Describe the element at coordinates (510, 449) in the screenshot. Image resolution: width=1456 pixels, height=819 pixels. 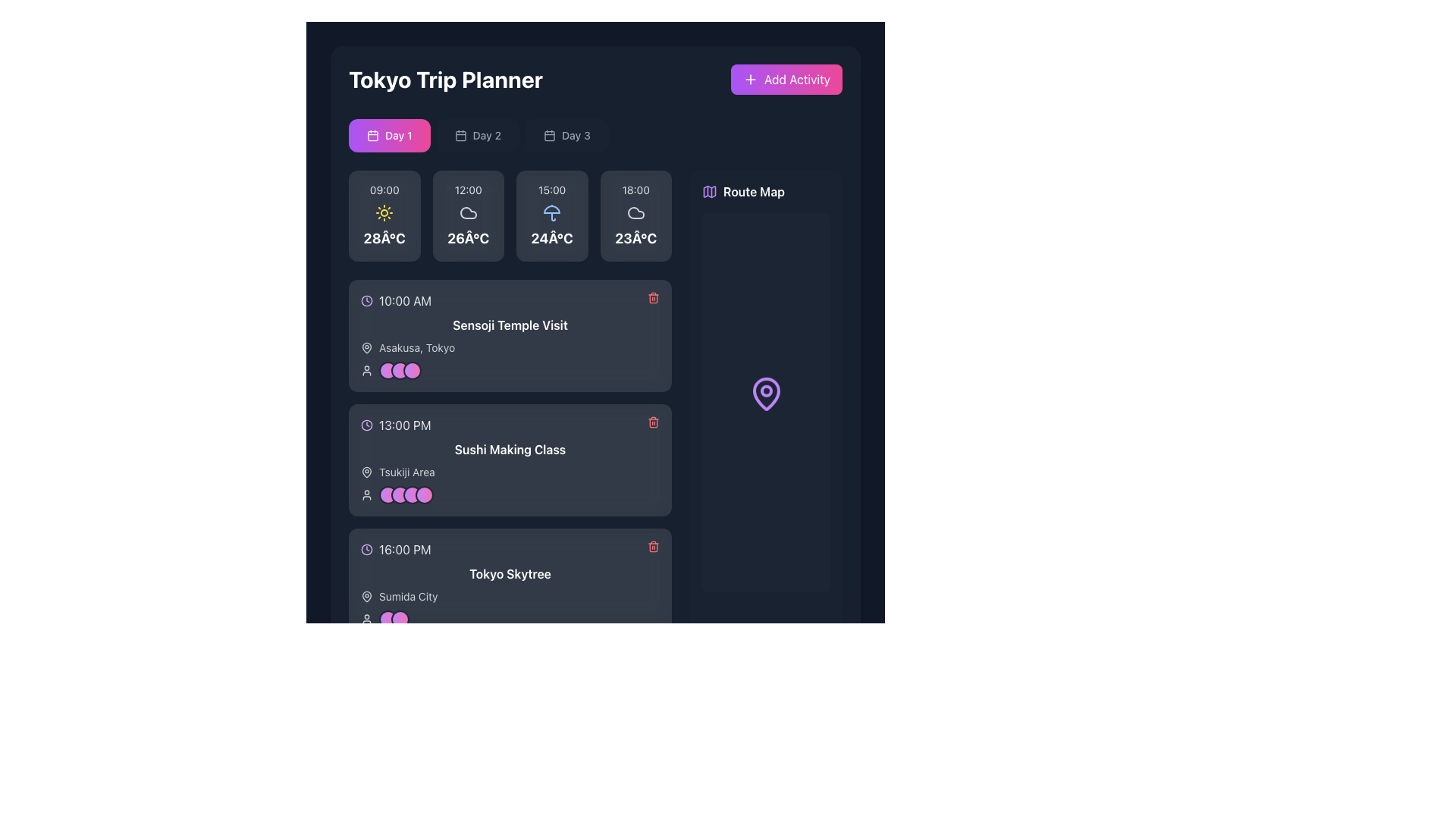
I see `text of the label displaying 'Sushi Making Class', which is bold and white, located within the activity card for '13:00 PM'` at that location.